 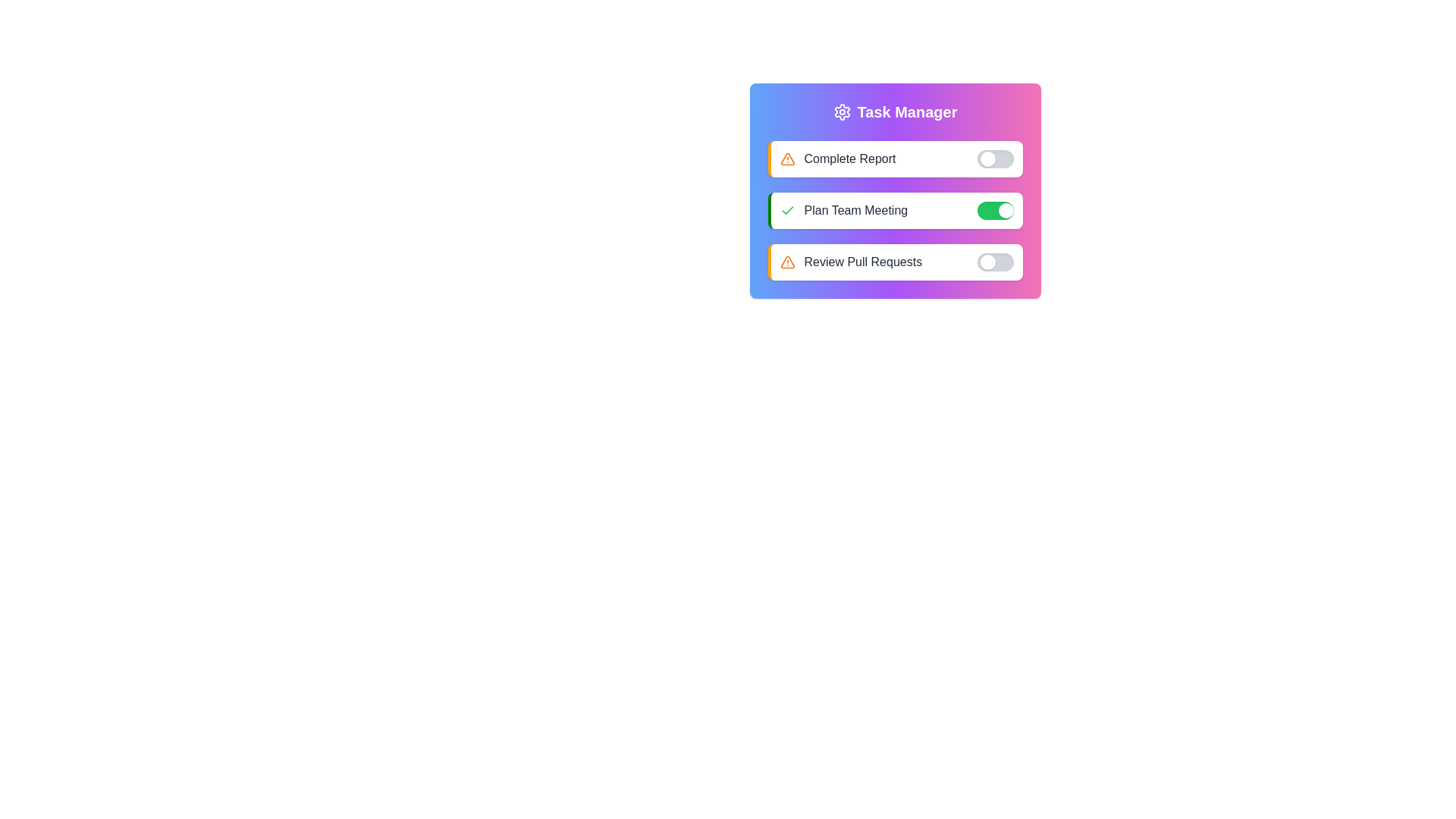 I want to click on the settings icon in the Task Manager header, so click(x=841, y=111).